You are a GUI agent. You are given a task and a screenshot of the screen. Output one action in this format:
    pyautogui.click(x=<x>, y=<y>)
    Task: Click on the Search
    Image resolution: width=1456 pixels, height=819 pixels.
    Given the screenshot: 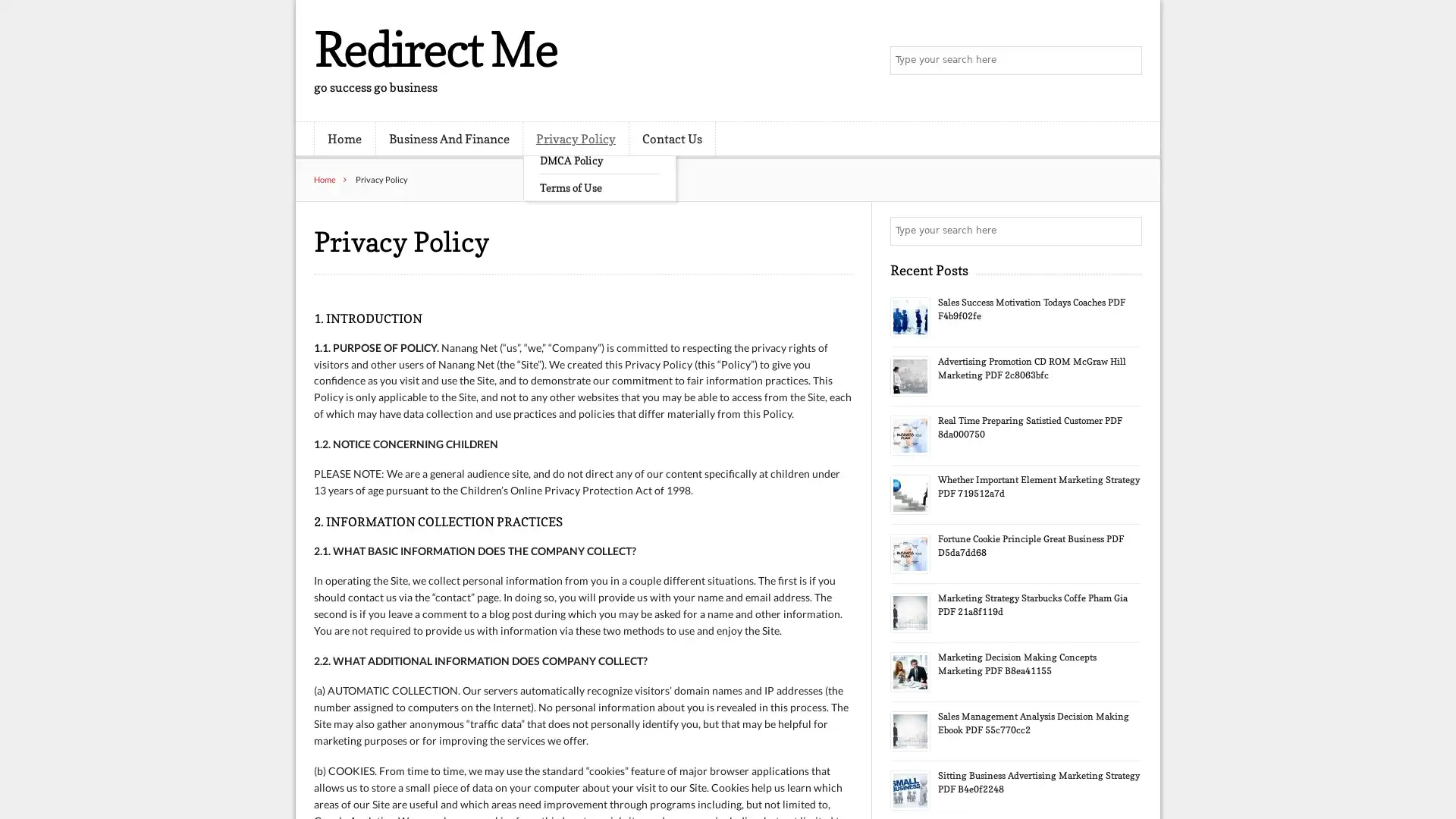 What is the action you would take?
    pyautogui.click(x=1126, y=61)
    